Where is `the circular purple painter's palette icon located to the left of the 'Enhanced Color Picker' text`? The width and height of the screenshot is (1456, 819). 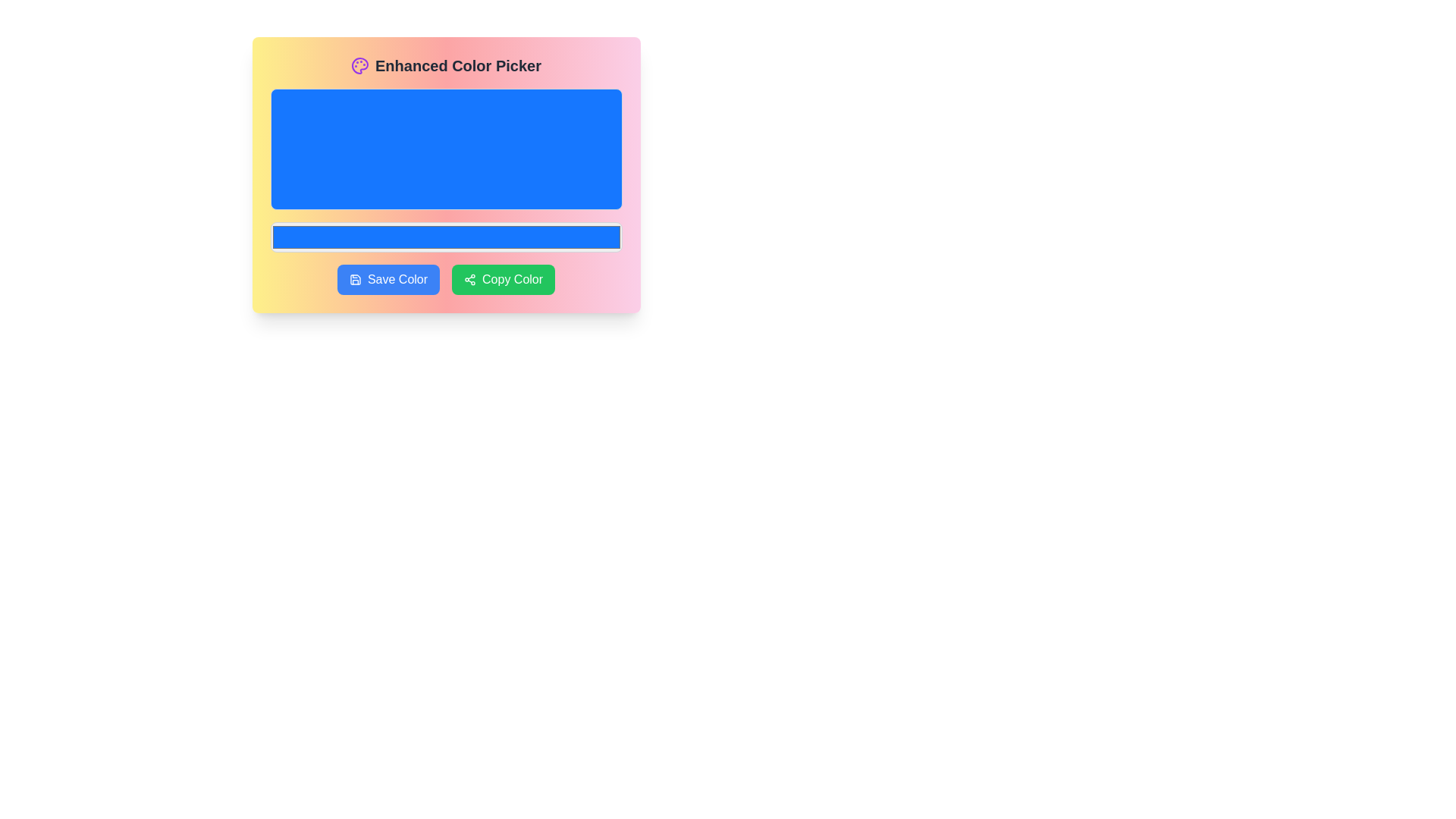 the circular purple painter's palette icon located to the left of the 'Enhanced Color Picker' text is located at coordinates (359, 65).